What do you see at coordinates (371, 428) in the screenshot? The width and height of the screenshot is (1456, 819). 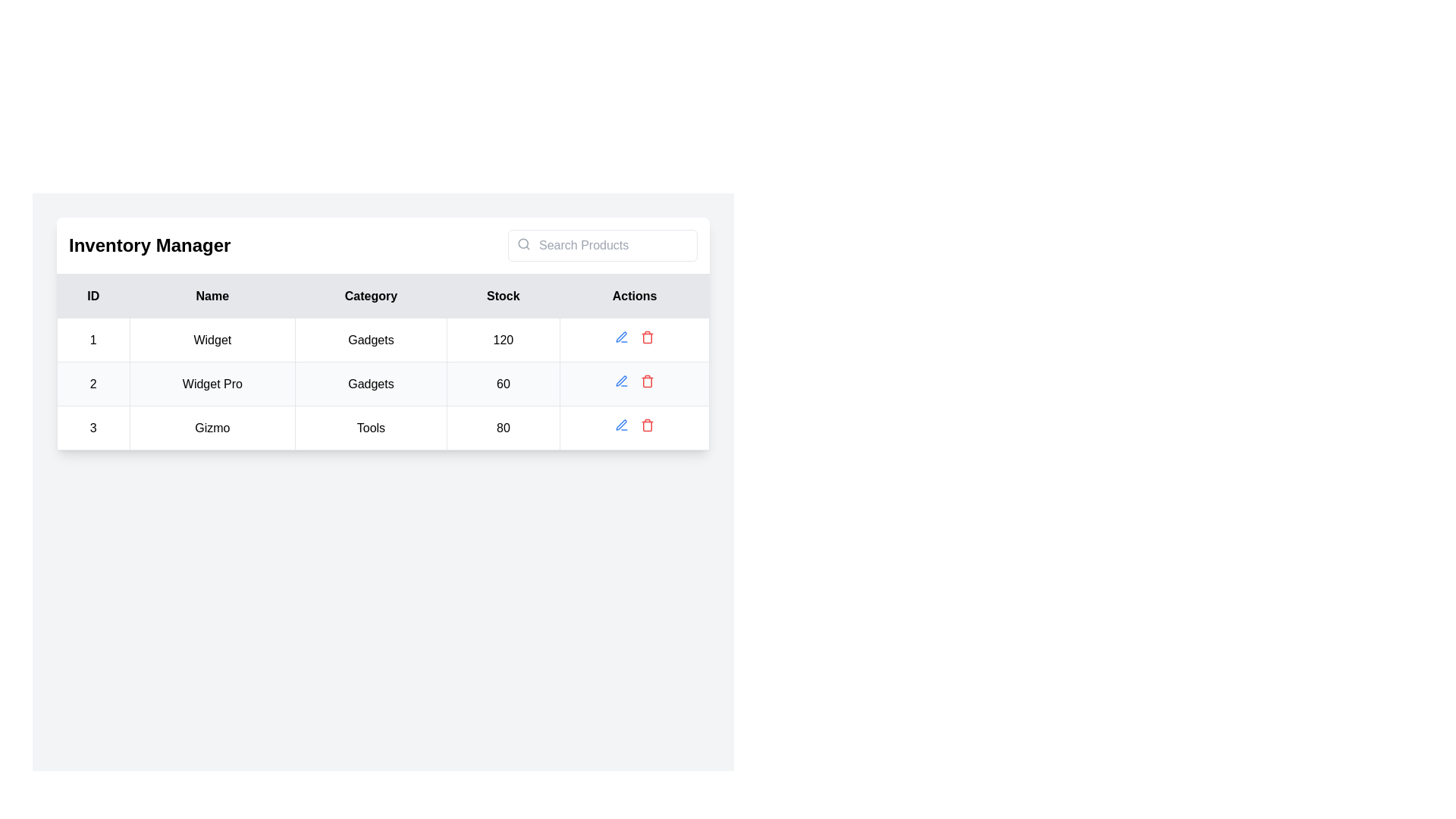 I see `the static text label displaying 'Tools' in the third cell of the table under the 'Category' column` at bounding box center [371, 428].